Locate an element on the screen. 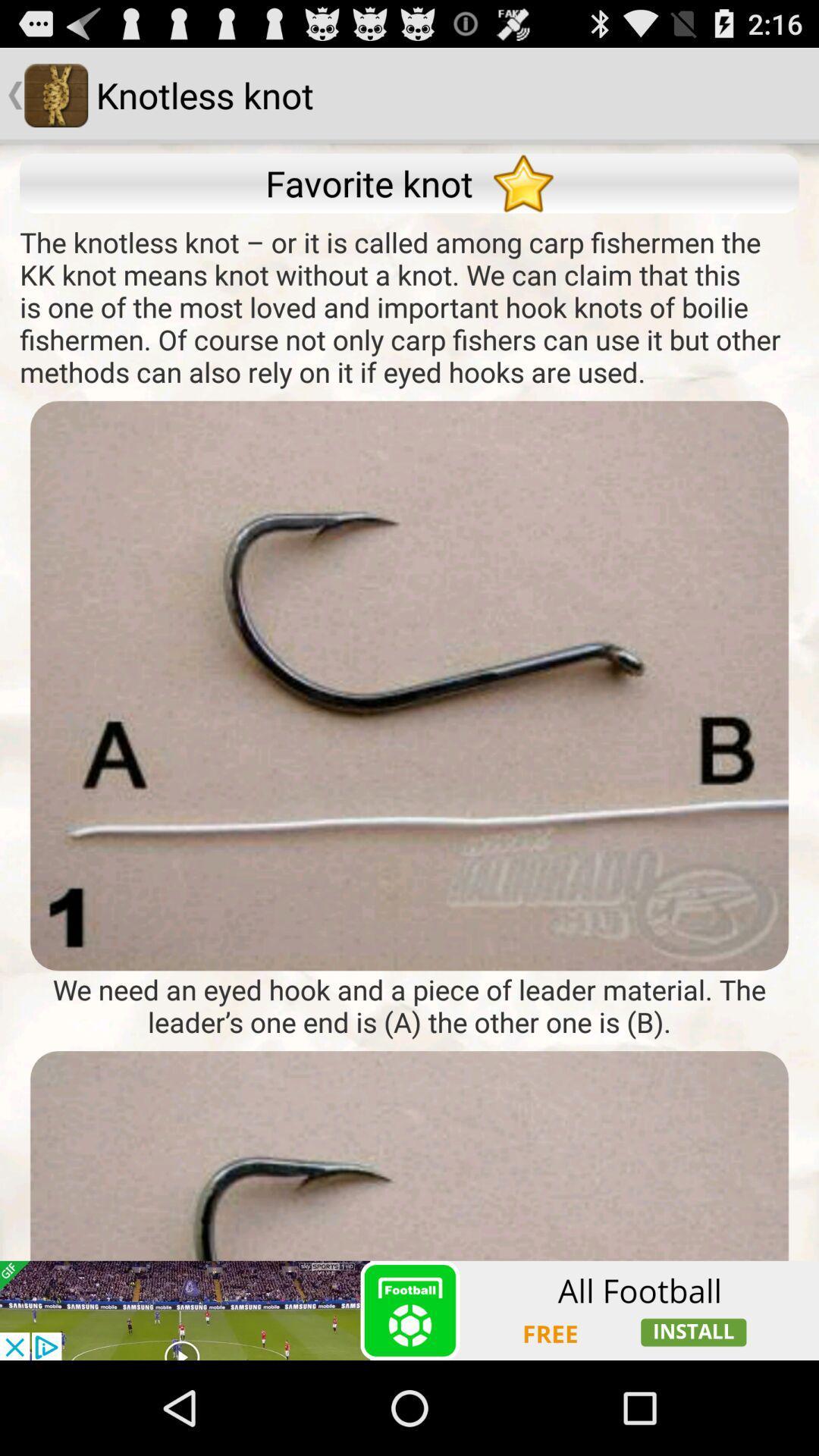  words is located at coordinates (409, 685).